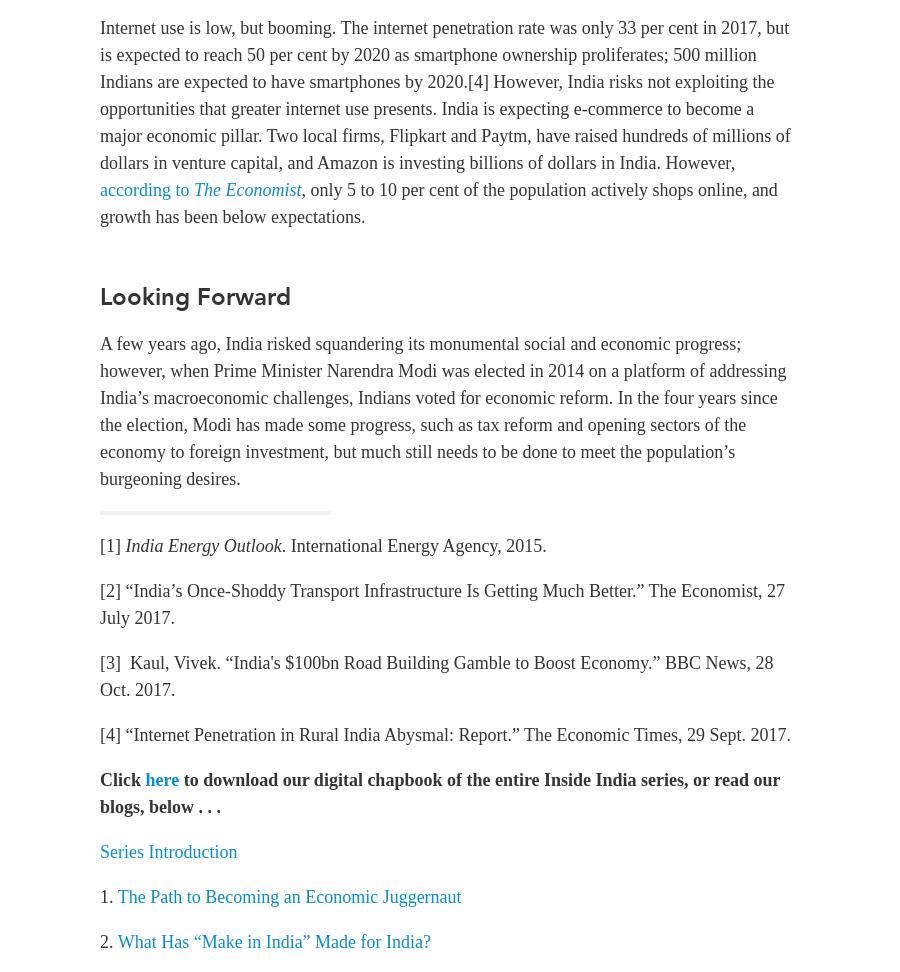 The image size is (900, 972). I want to click on 'according to', so click(146, 189).